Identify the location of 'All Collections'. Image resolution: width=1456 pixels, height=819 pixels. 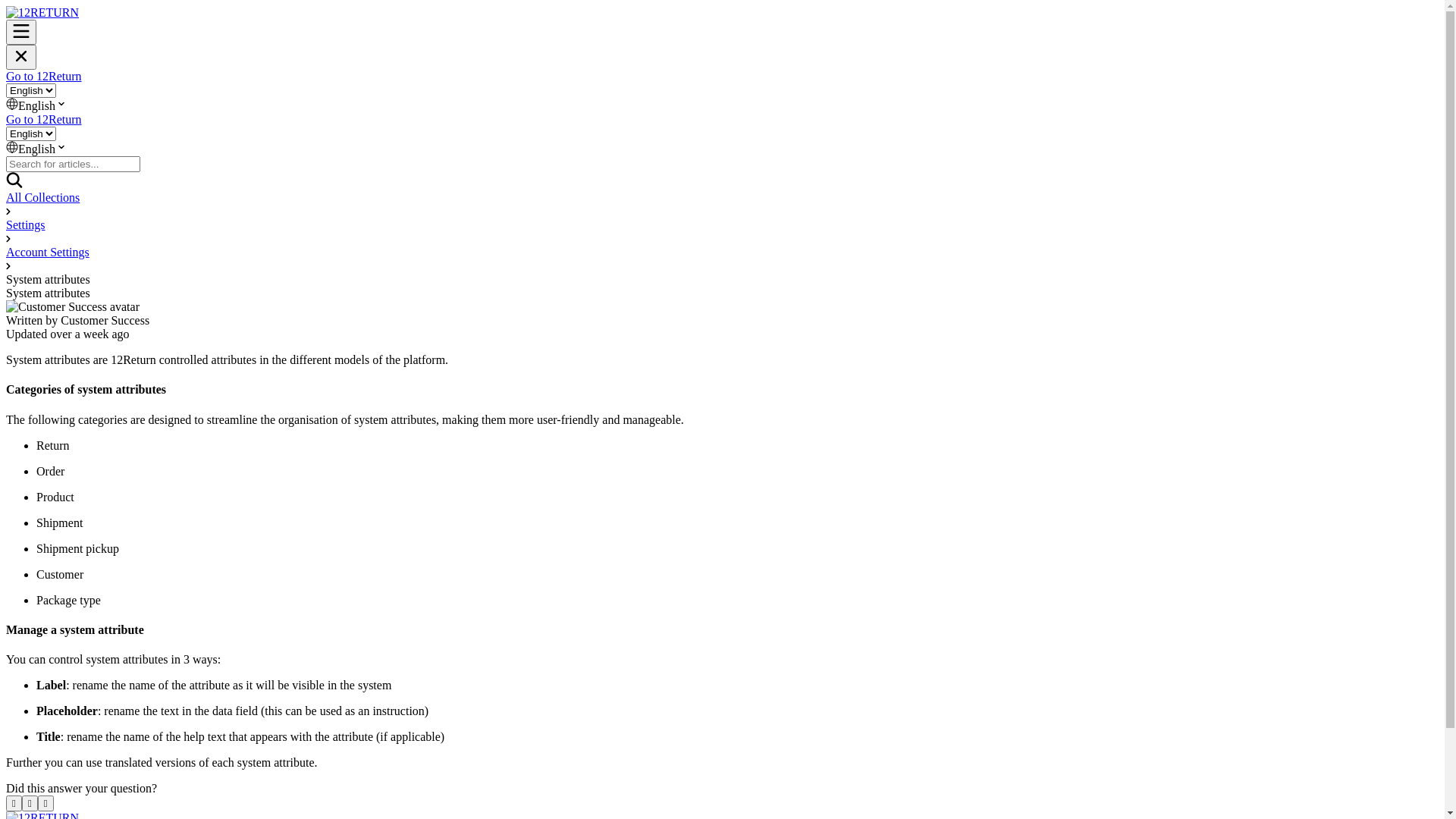
(6, 196).